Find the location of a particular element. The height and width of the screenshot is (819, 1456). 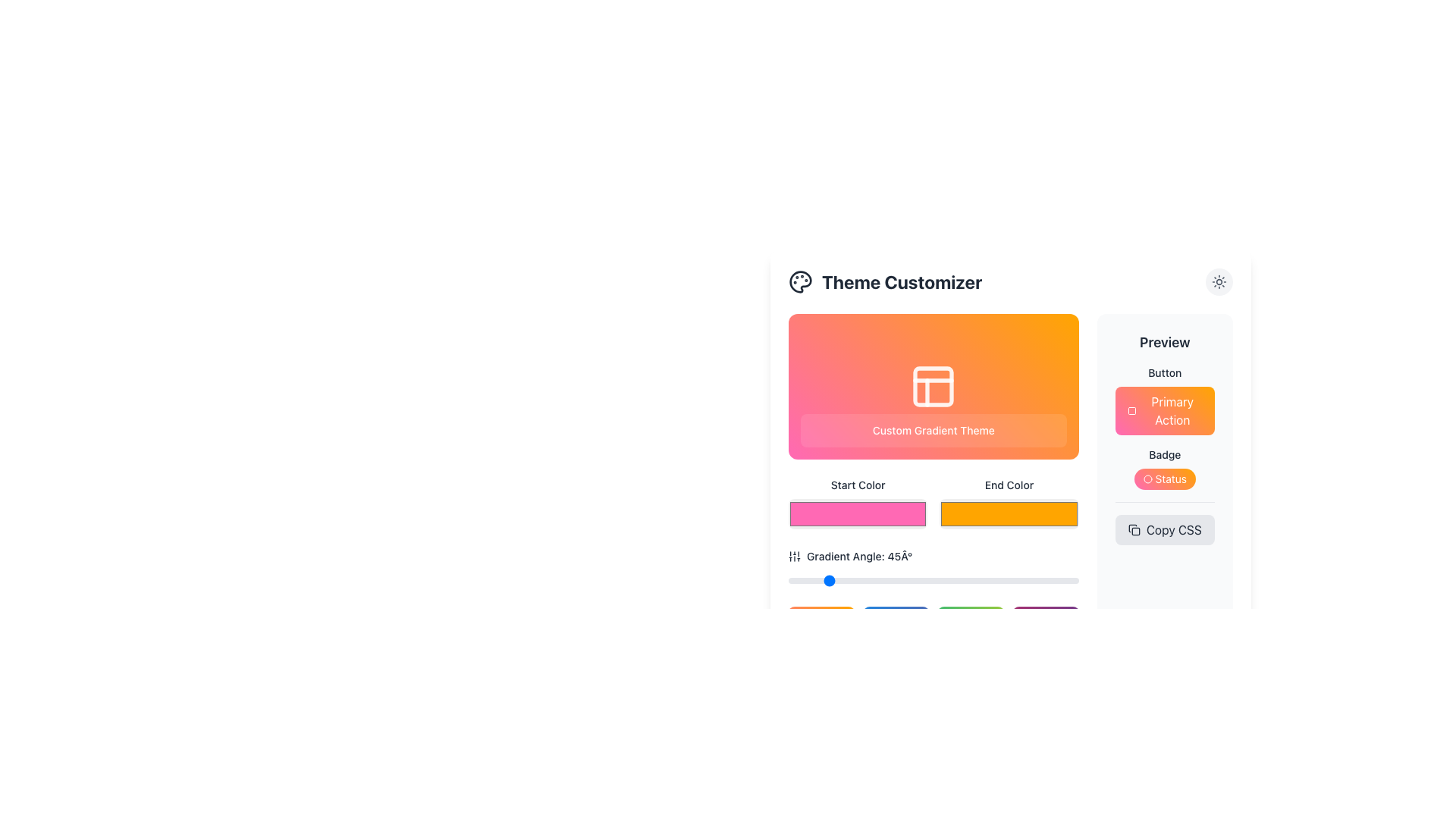

the gradient angle slider is located at coordinates (809, 580).